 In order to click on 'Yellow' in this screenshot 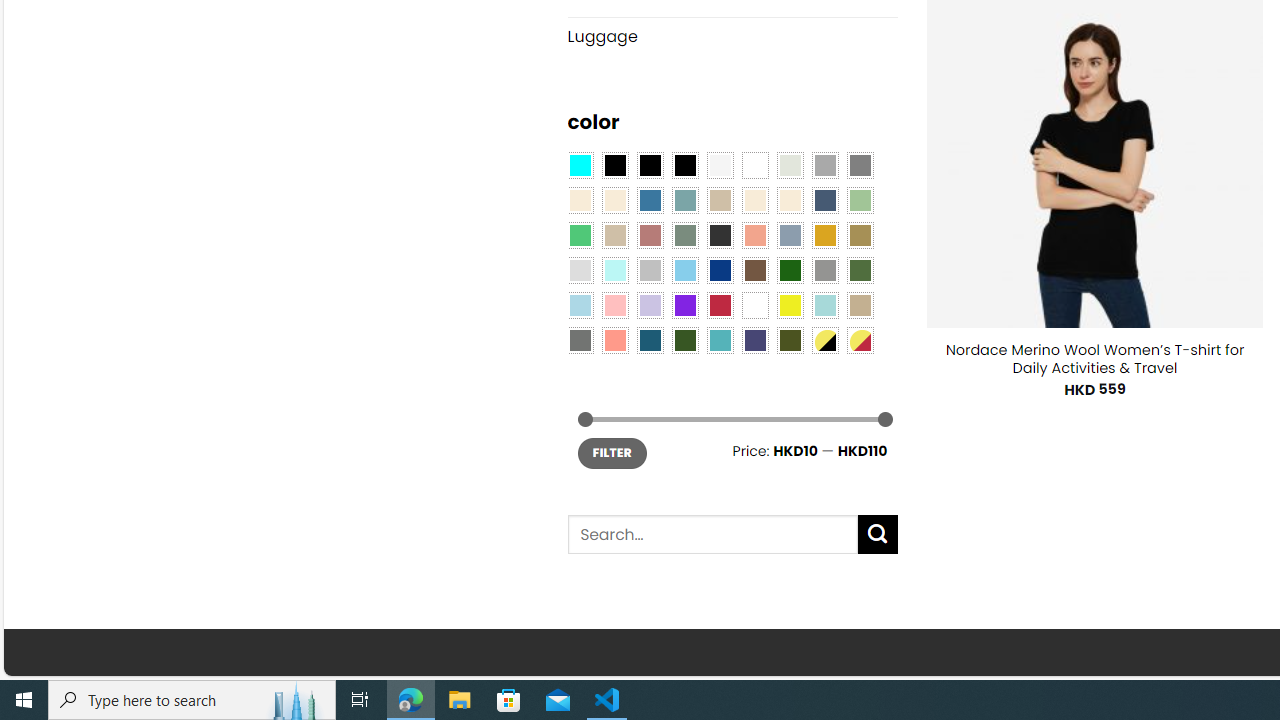, I will do `click(788, 305)`.